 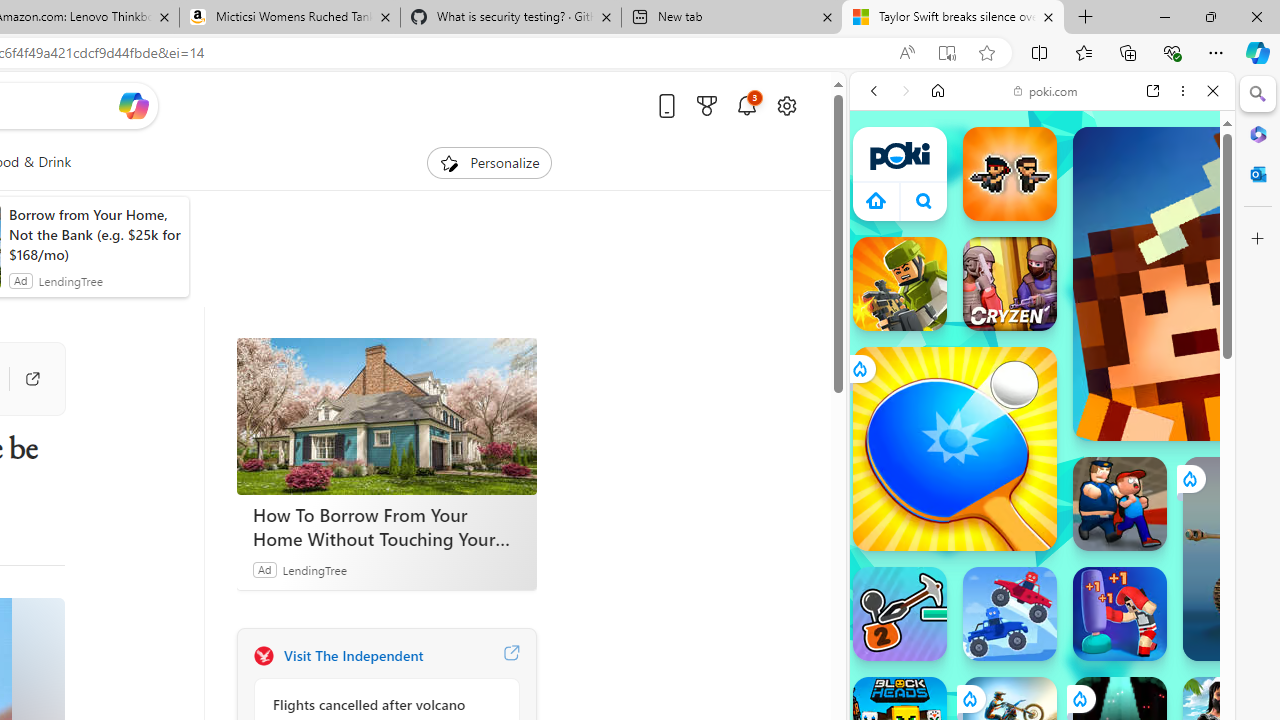 I want to click on 'Zombie Rush Zombie Rush', so click(x=1009, y=172).